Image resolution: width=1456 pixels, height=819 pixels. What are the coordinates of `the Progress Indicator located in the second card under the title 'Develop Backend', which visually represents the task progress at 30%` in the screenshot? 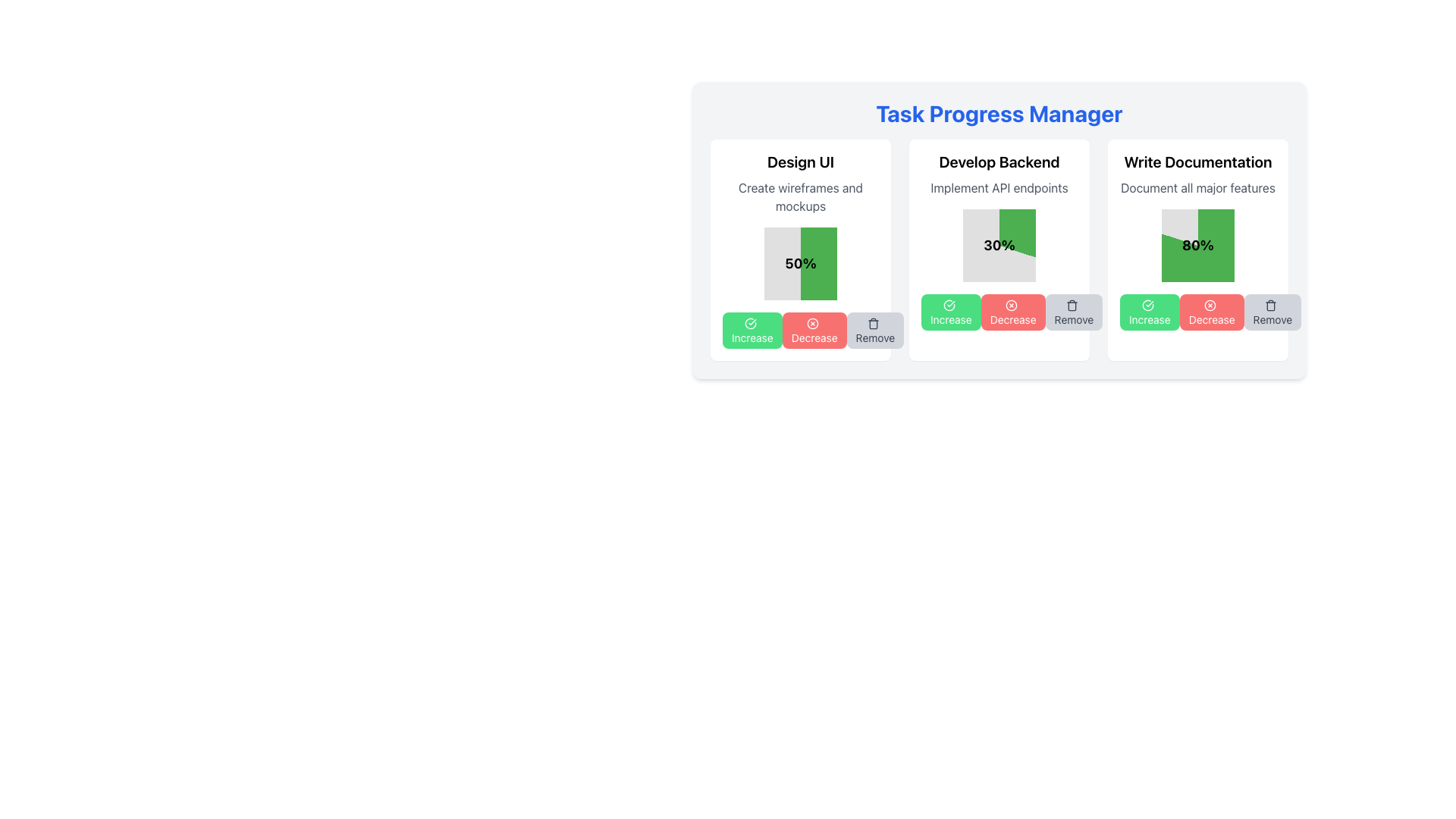 It's located at (999, 245).